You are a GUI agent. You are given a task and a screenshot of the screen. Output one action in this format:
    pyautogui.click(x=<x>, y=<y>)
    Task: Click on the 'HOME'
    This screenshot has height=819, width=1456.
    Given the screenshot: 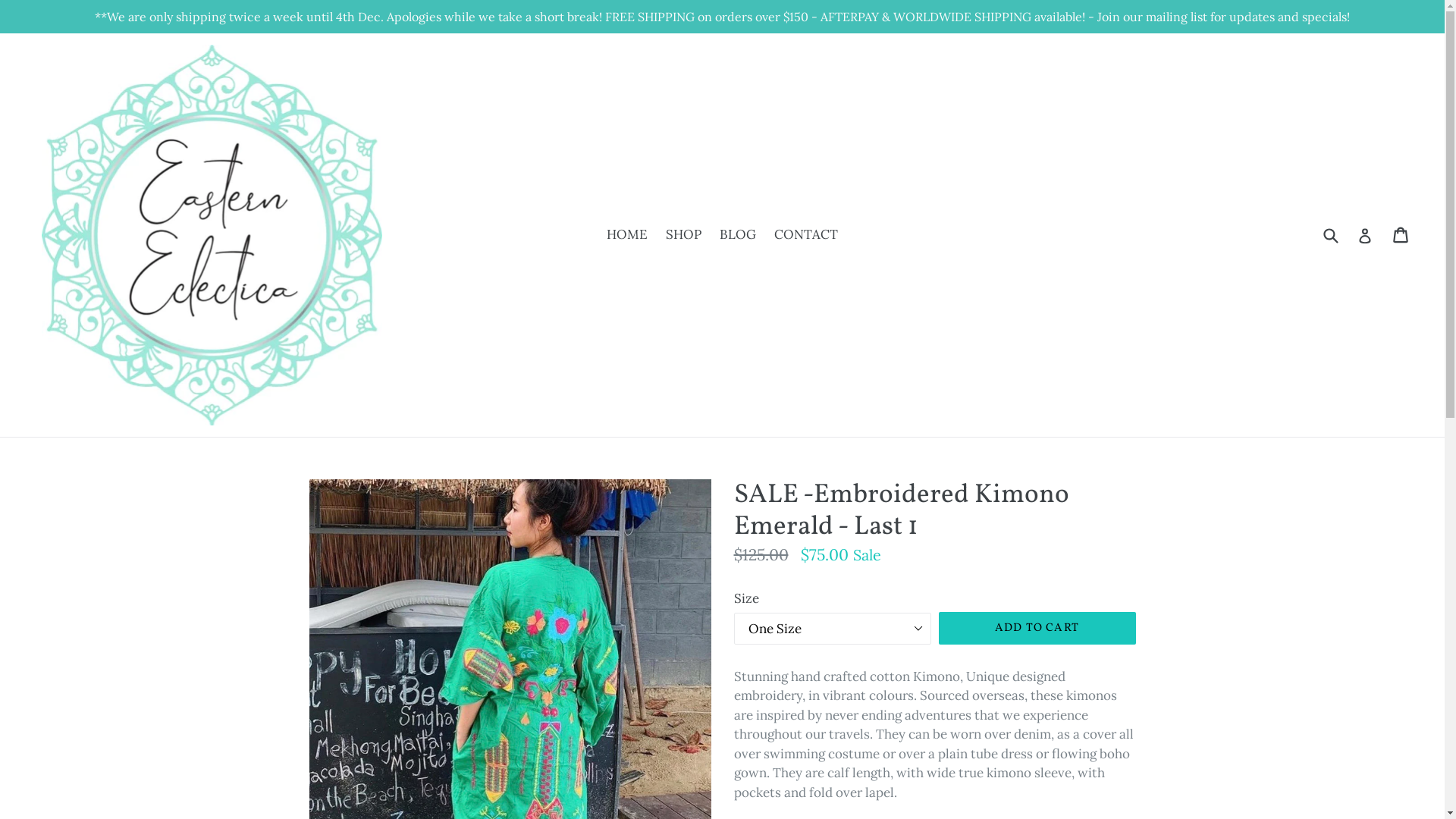 What is the action you would take?
    pyautogui.click(x=626, y=234)
    